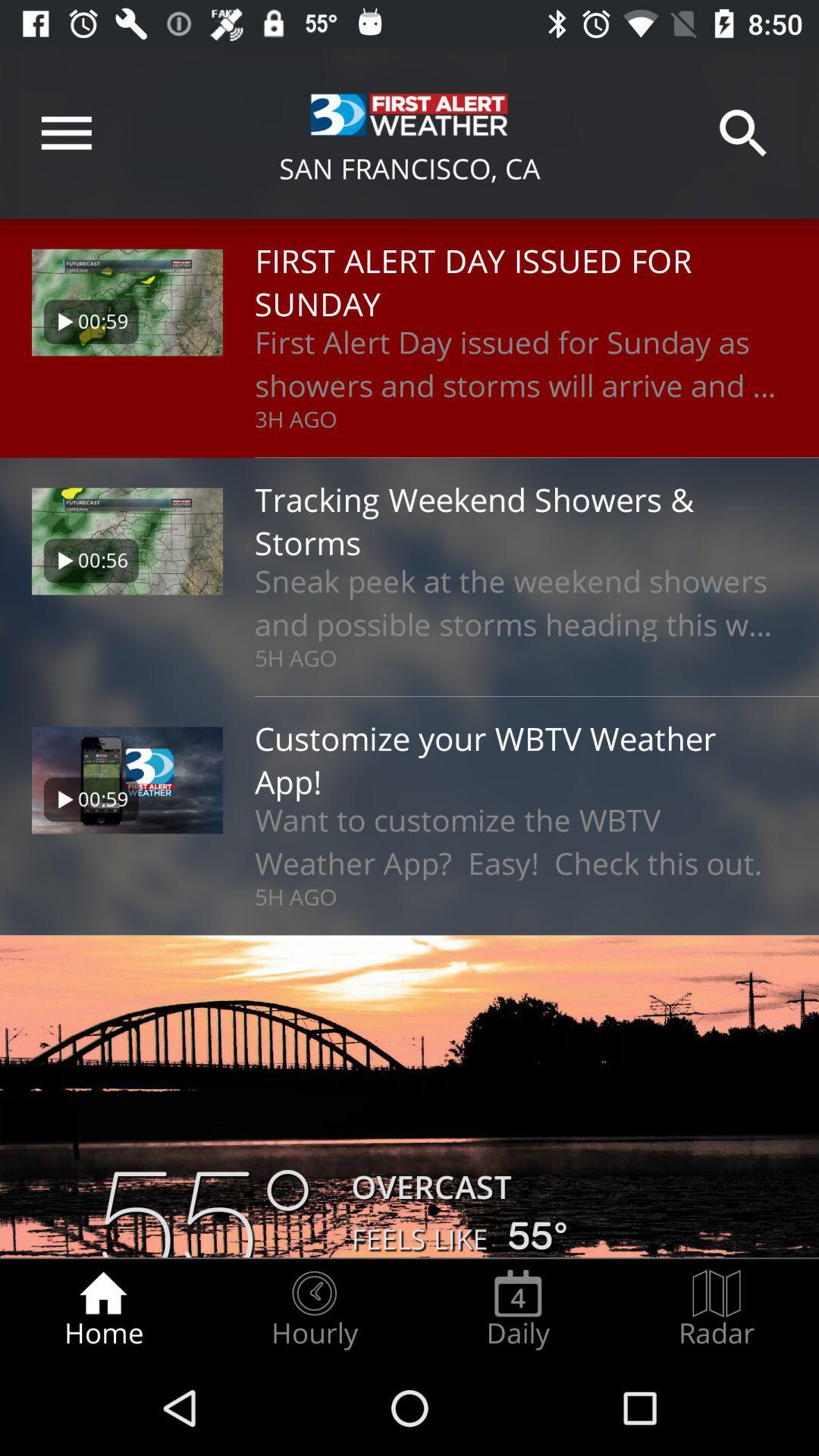 The height and width of the screenshot is (1456, 819). What do you see at coordinates (102, 1309) in the screenshot?
I see `the icon next to the hourly icon` at bounding box center [102, 1309].